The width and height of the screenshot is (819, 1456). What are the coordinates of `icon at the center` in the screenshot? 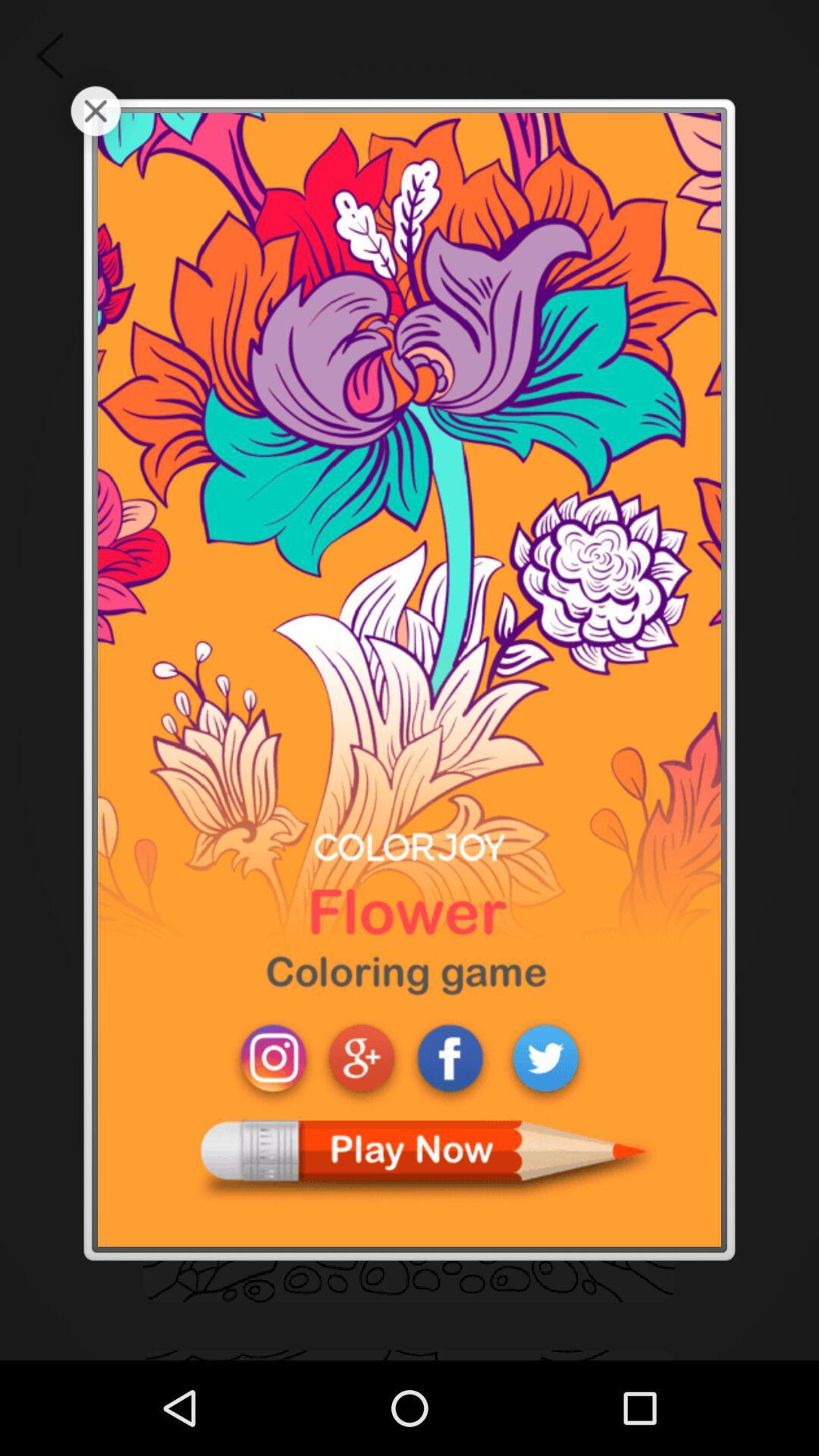 It's located at (409, 679).